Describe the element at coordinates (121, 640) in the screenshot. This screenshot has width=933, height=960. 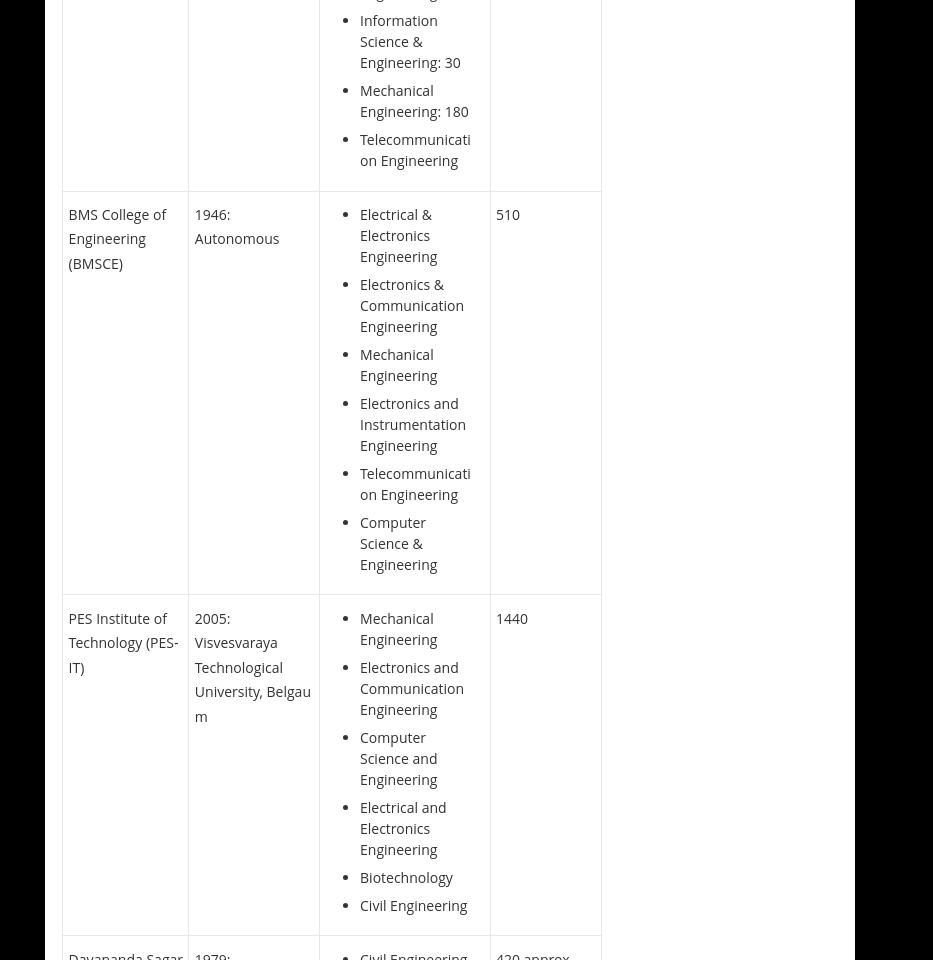
I see `'PES Institute of Technology (PES-IT)'` at that location.